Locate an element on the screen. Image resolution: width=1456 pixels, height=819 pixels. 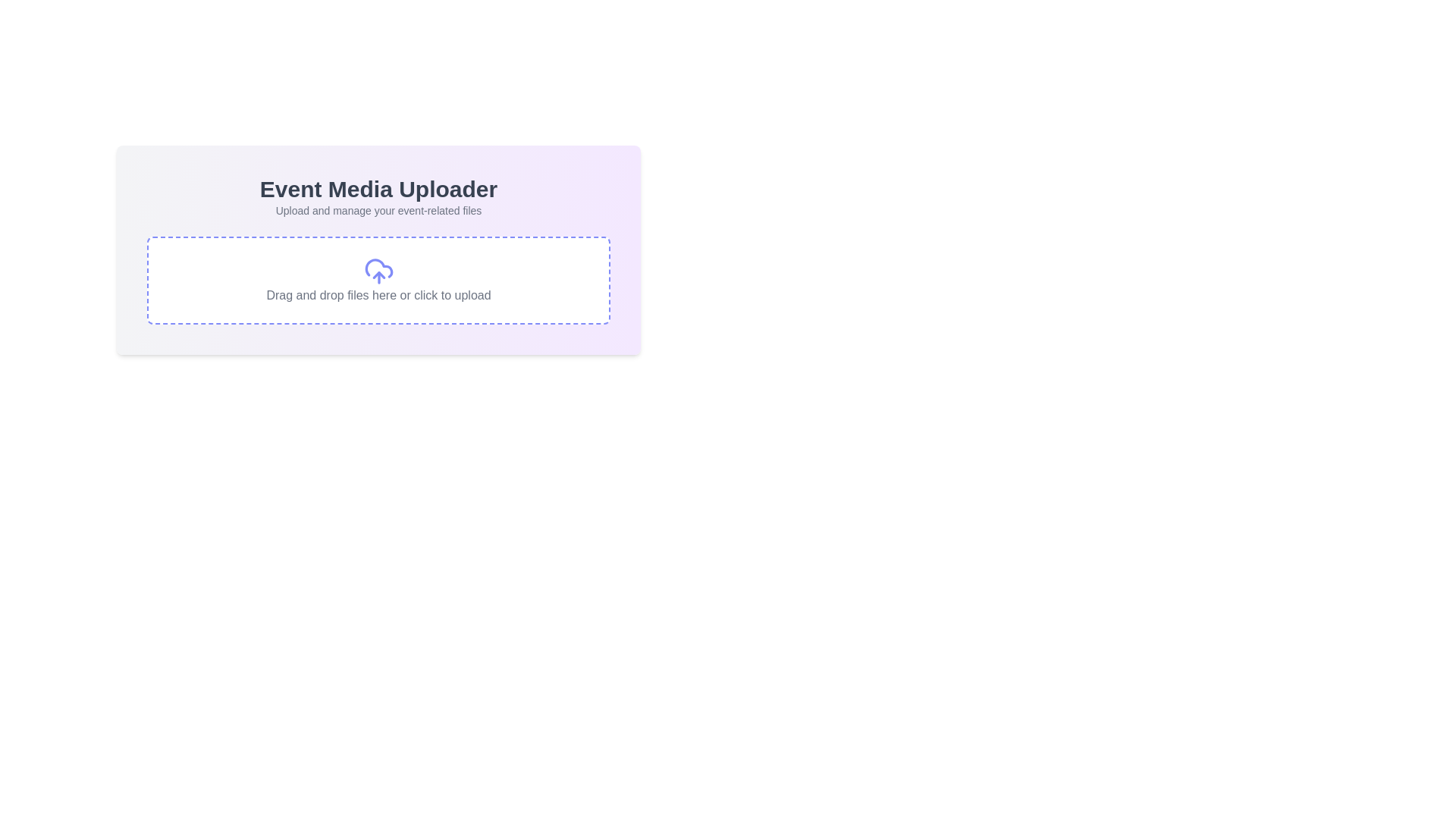
the cloud upload icon, which is a minimalist icon resembling a cloud with an upward-pointing arrow, located inside a bordered dashed box with indigo outlines is located at coordinates (378, 271).